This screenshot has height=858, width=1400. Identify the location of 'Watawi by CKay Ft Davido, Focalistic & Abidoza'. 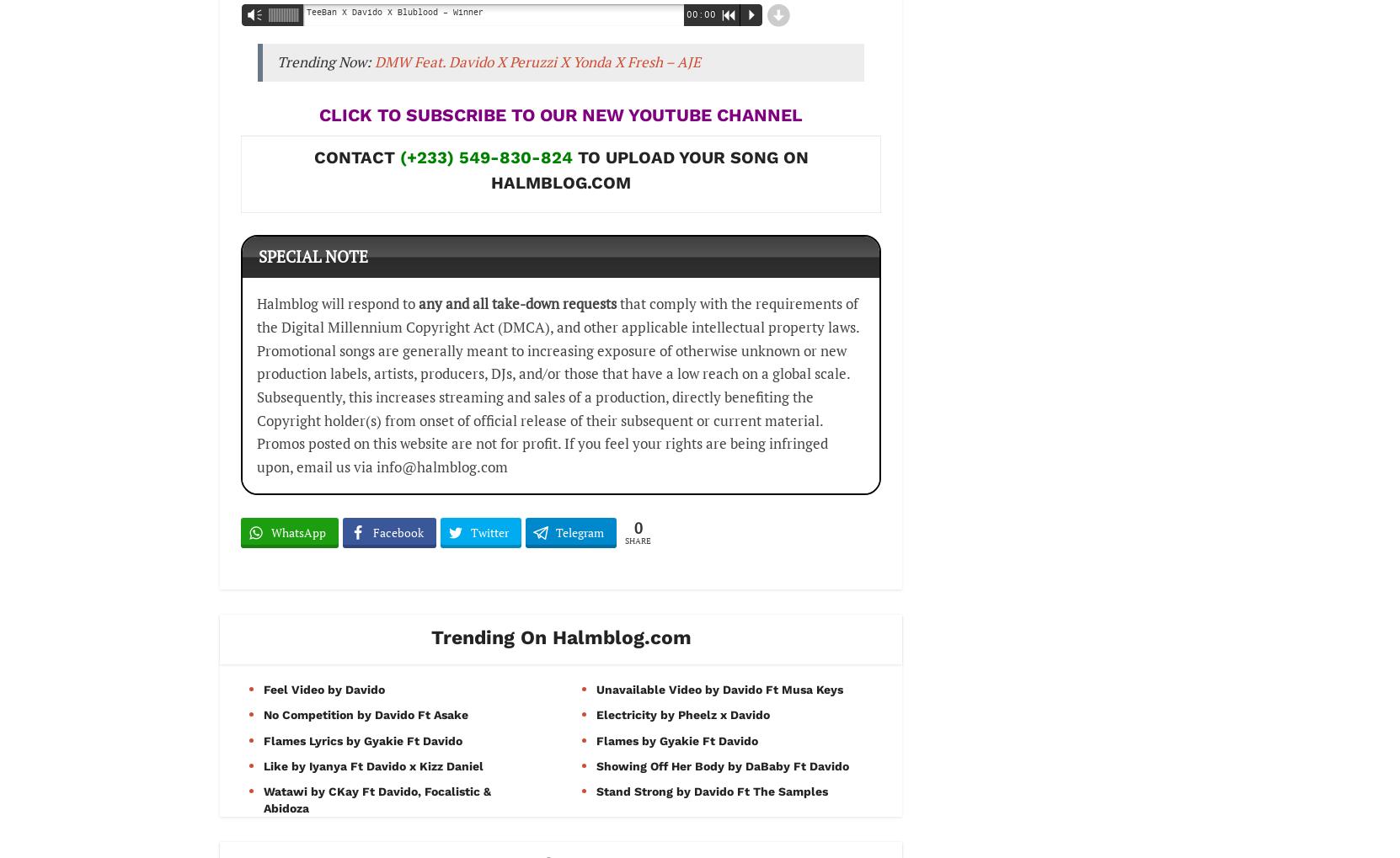
(263, 797).